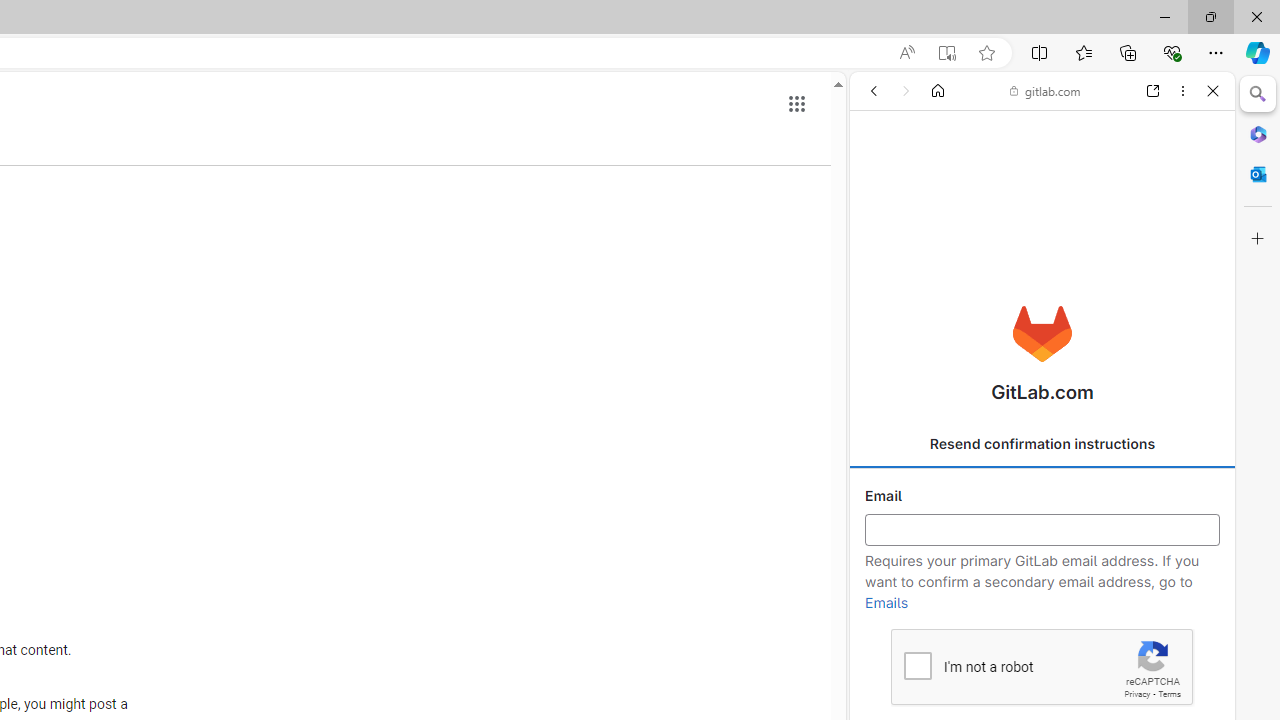  Describe the element at coordinates (935, 227) in the screenshot. I see `'Search Filter, IMAGES'` at that location.